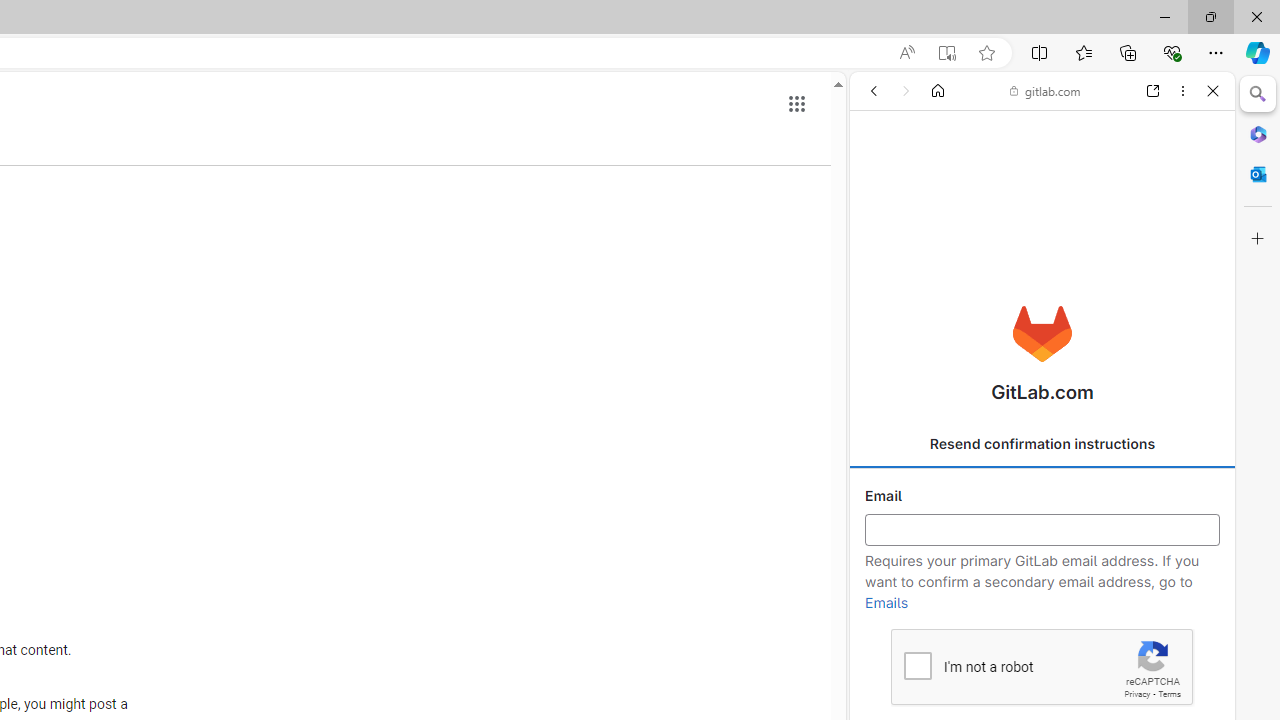  Describe the element at coordinates (935, 227) in the screenshot. I see `'Search Filter, IMAGES'` at that location.